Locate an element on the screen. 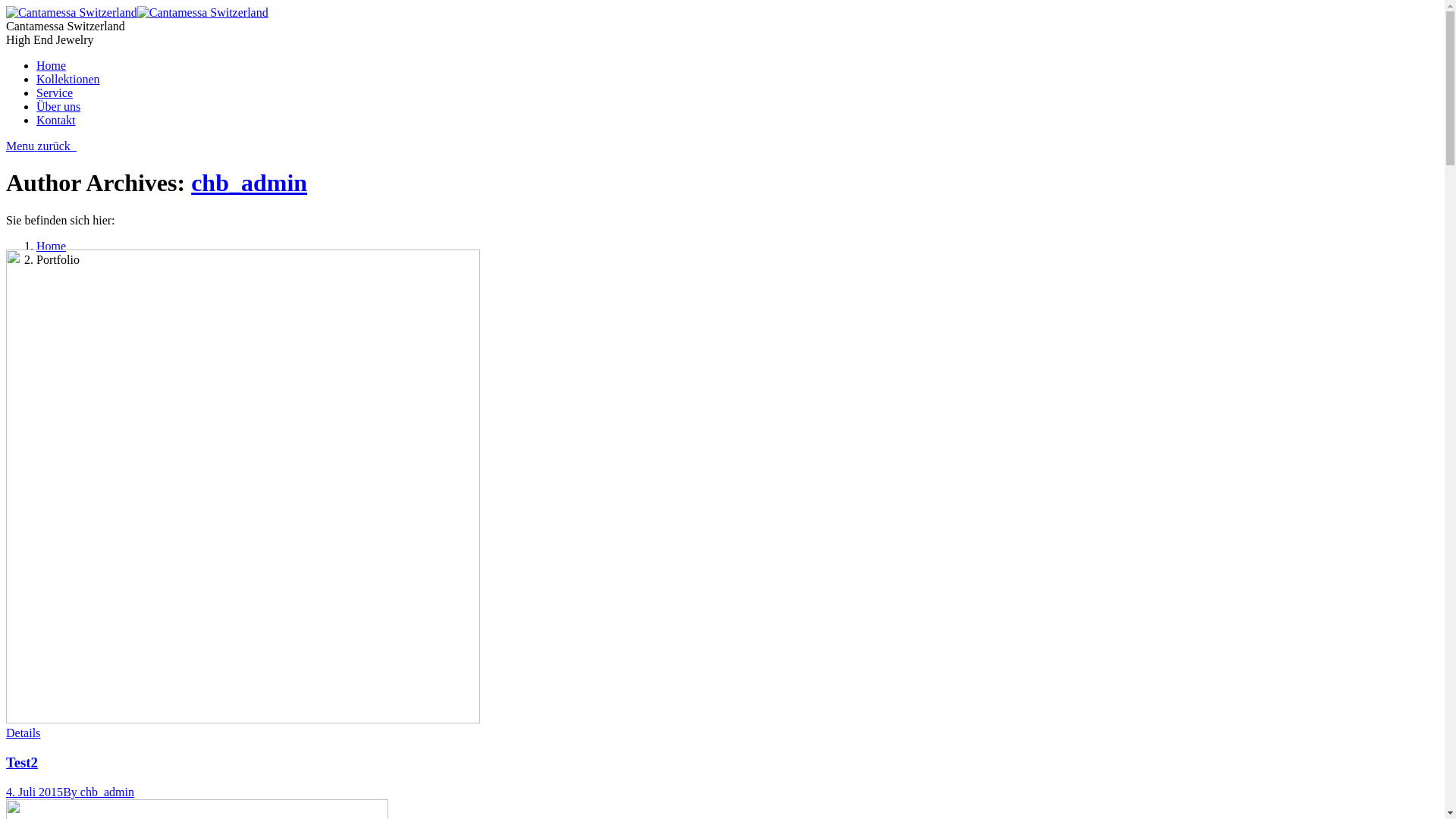 The height and width of the screenshot is (819, 1456). 'Details' is located at coordinates (23, 732).